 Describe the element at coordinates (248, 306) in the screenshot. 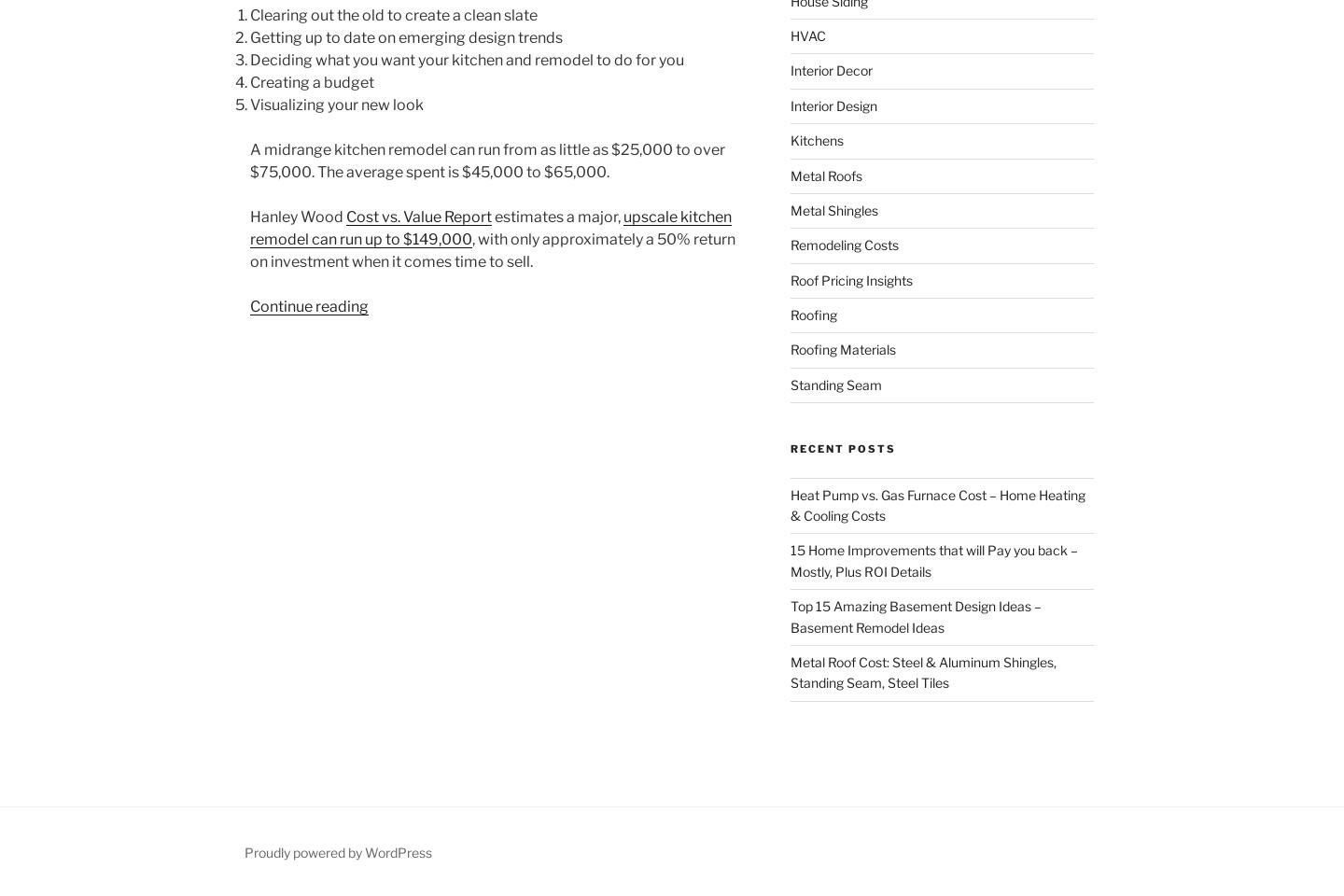

I see `'Continue reading'` at that location.